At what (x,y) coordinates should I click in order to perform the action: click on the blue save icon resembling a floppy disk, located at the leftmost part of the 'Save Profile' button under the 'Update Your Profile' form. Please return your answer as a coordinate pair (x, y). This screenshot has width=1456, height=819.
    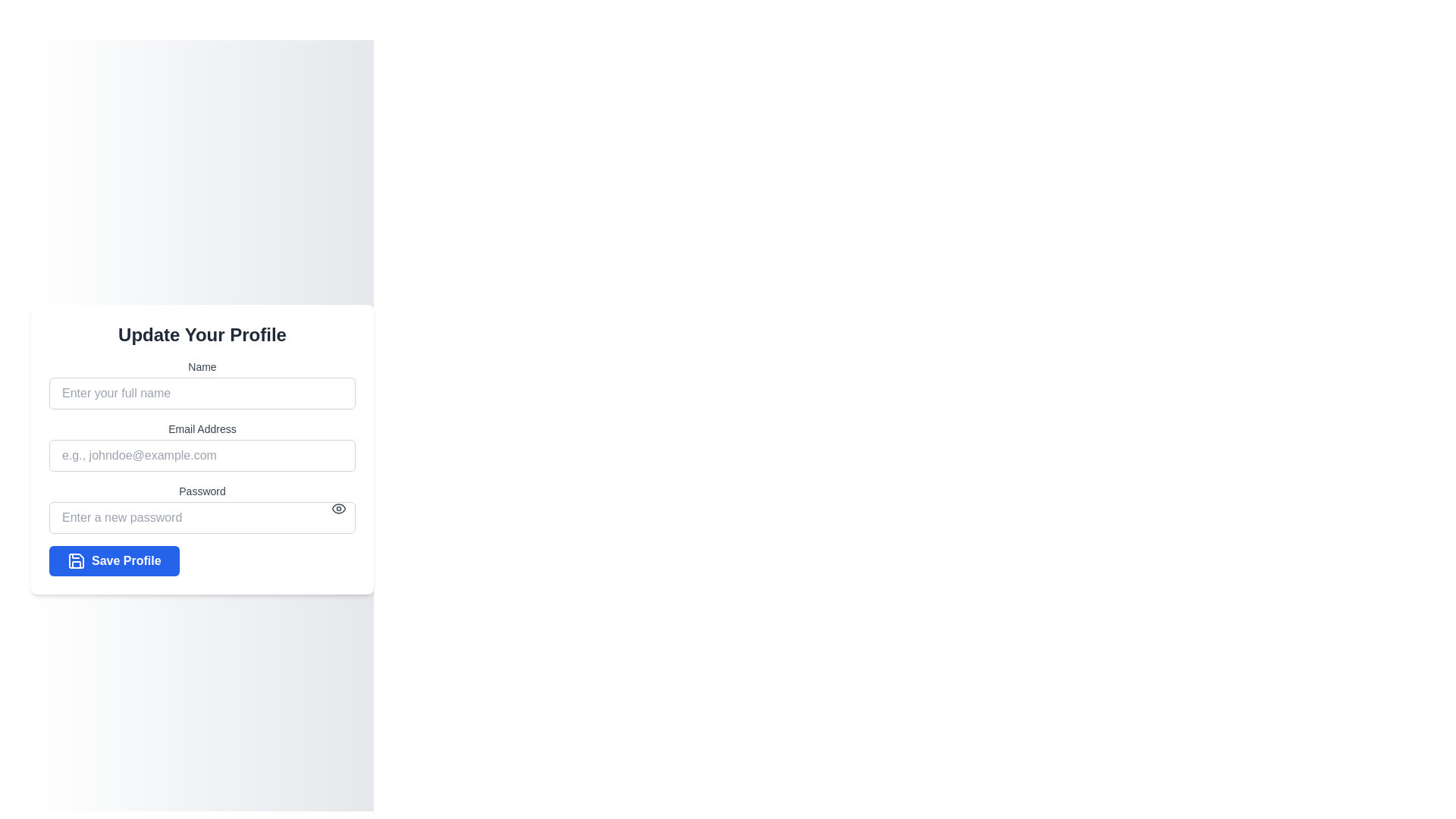
    Looking at the image, I should click on (75, 561).